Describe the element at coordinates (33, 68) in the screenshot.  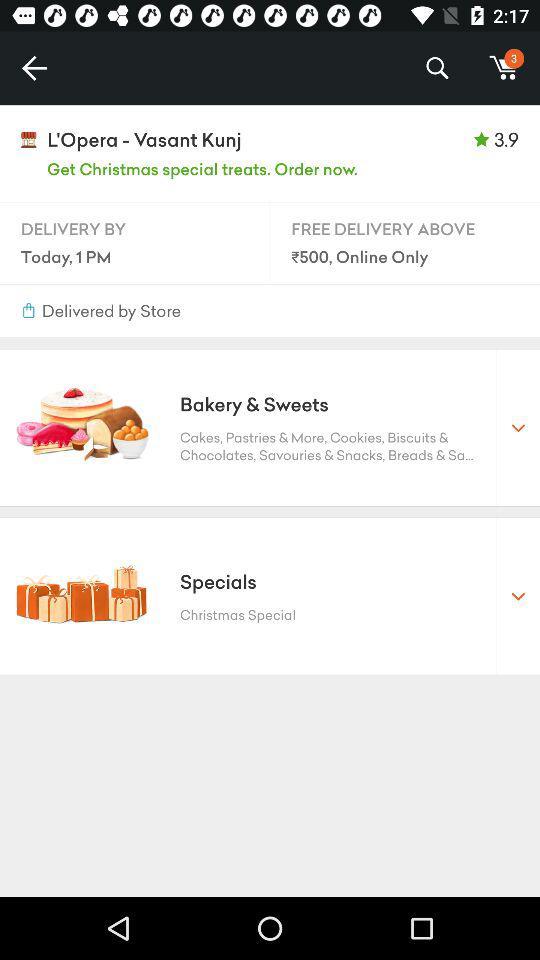
I see `the icon to the left of the % icon` at that location.